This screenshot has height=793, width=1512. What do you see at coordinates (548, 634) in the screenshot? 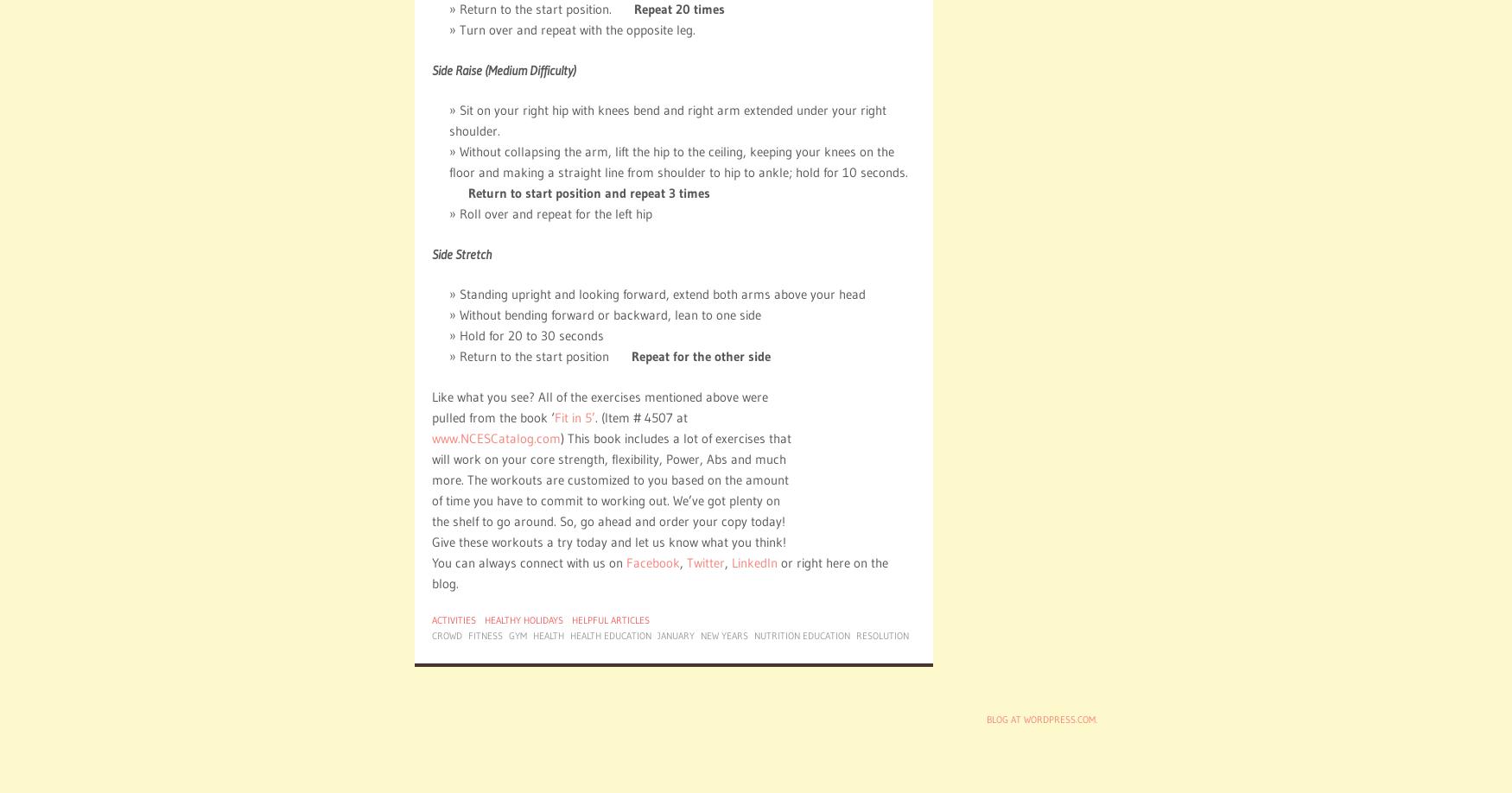
I see `'Health'` at bounding box center [548, 634].